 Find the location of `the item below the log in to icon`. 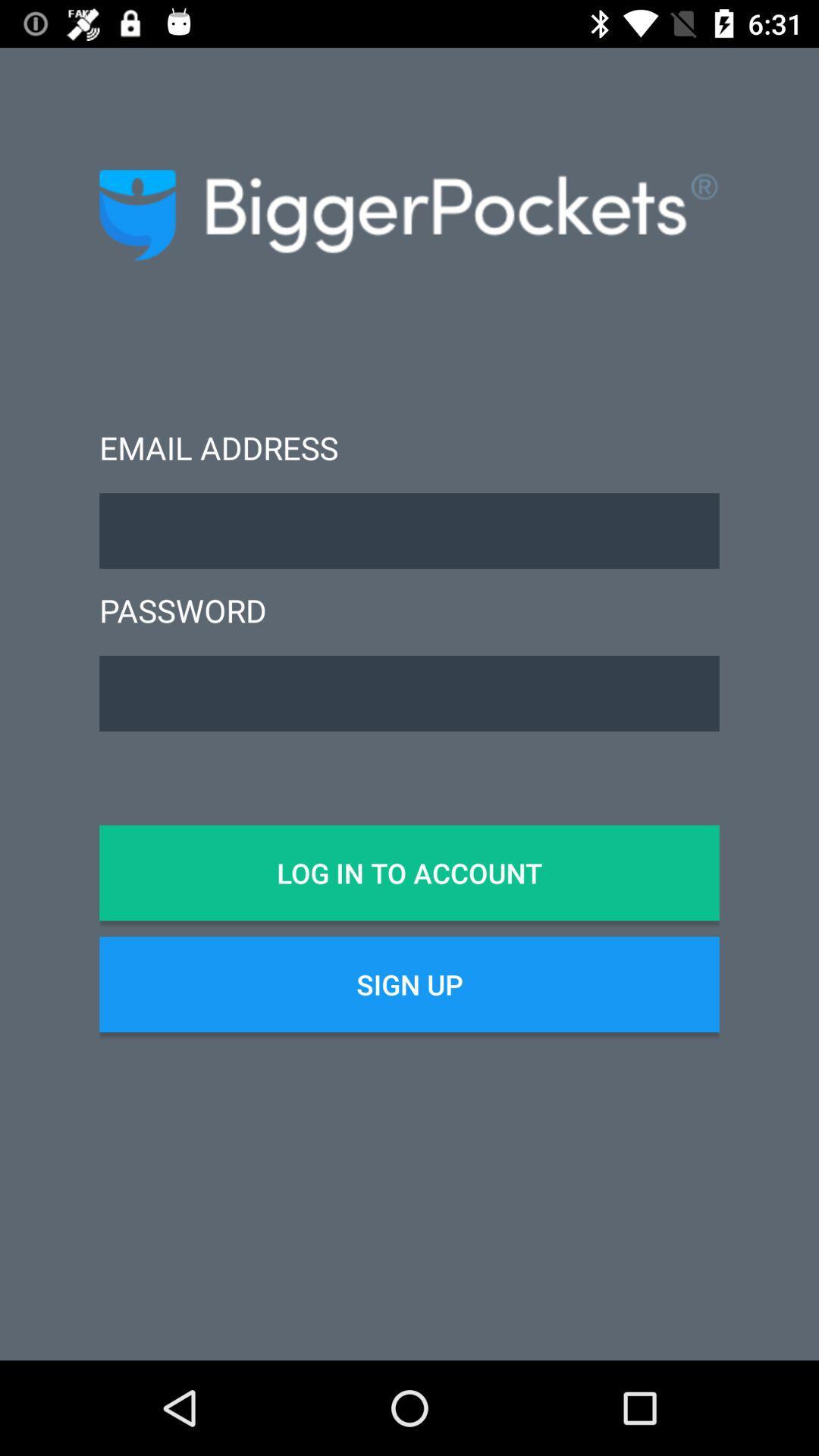

the item below the log in to icon is located at coordinates (409, 984).